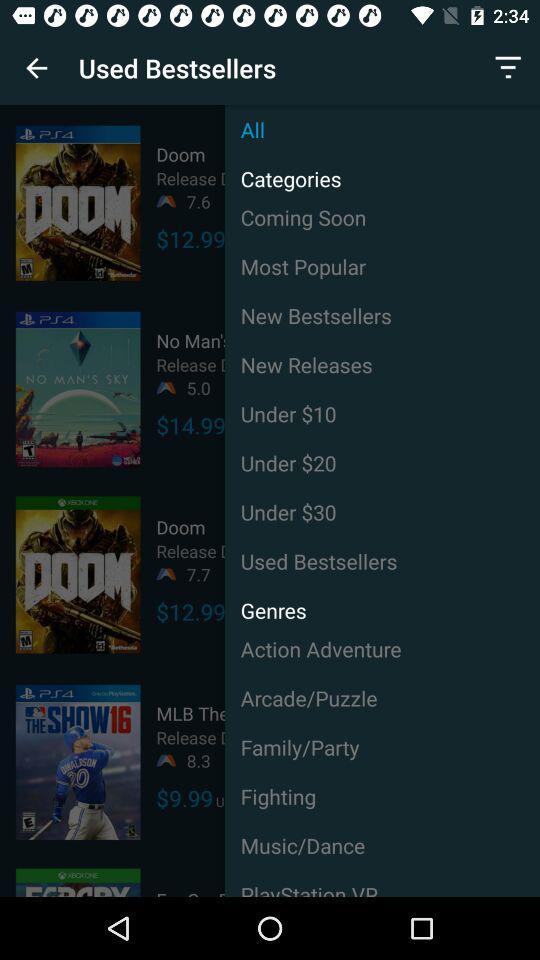 Image resolution: width=540 pixels, height=960 pixels. I want to click on the categories item, so click(282, 172).